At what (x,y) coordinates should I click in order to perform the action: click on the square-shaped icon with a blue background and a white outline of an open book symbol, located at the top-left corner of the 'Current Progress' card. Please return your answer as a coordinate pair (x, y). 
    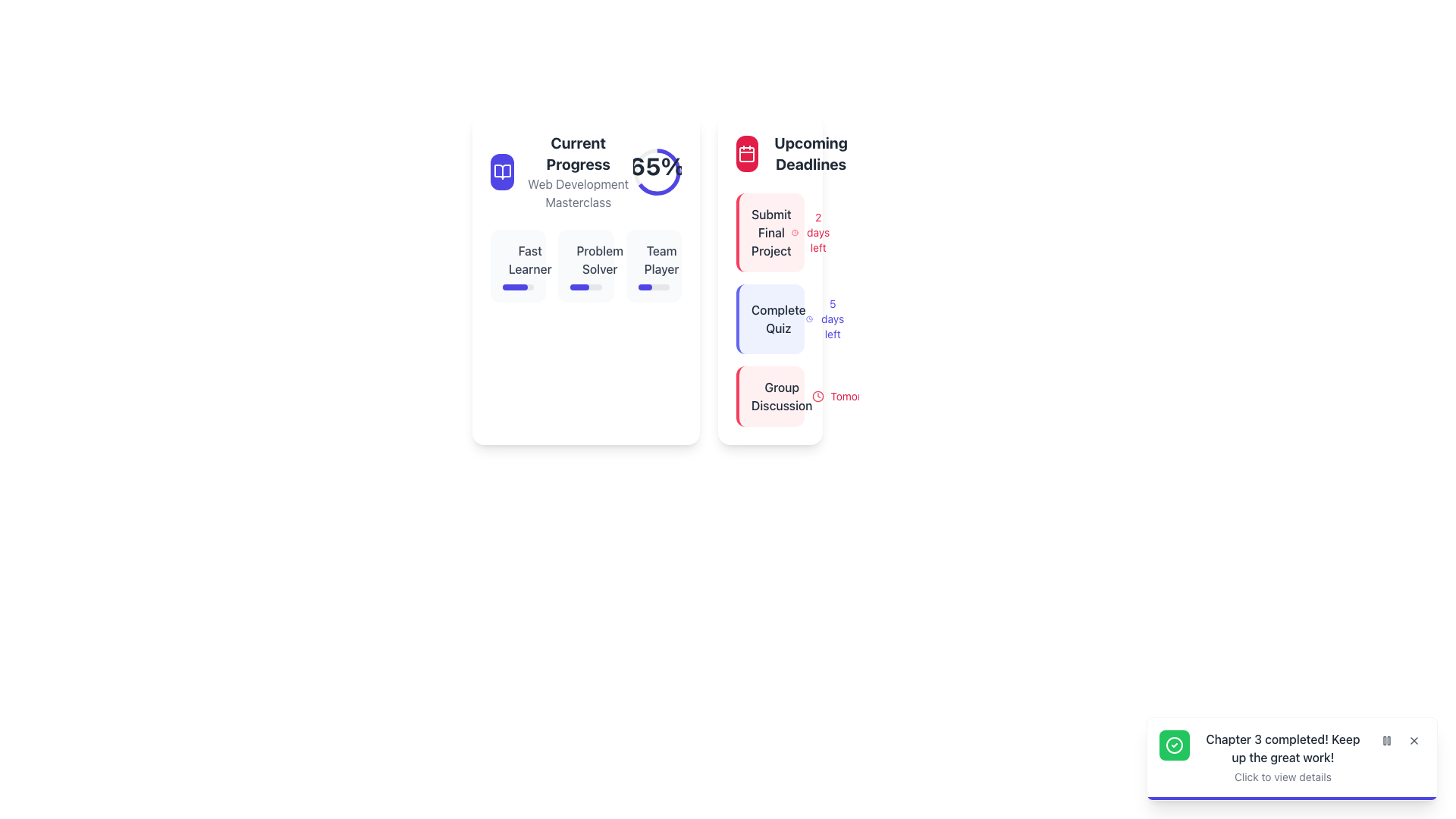
    Looking at the image, I should click on (502, 171).